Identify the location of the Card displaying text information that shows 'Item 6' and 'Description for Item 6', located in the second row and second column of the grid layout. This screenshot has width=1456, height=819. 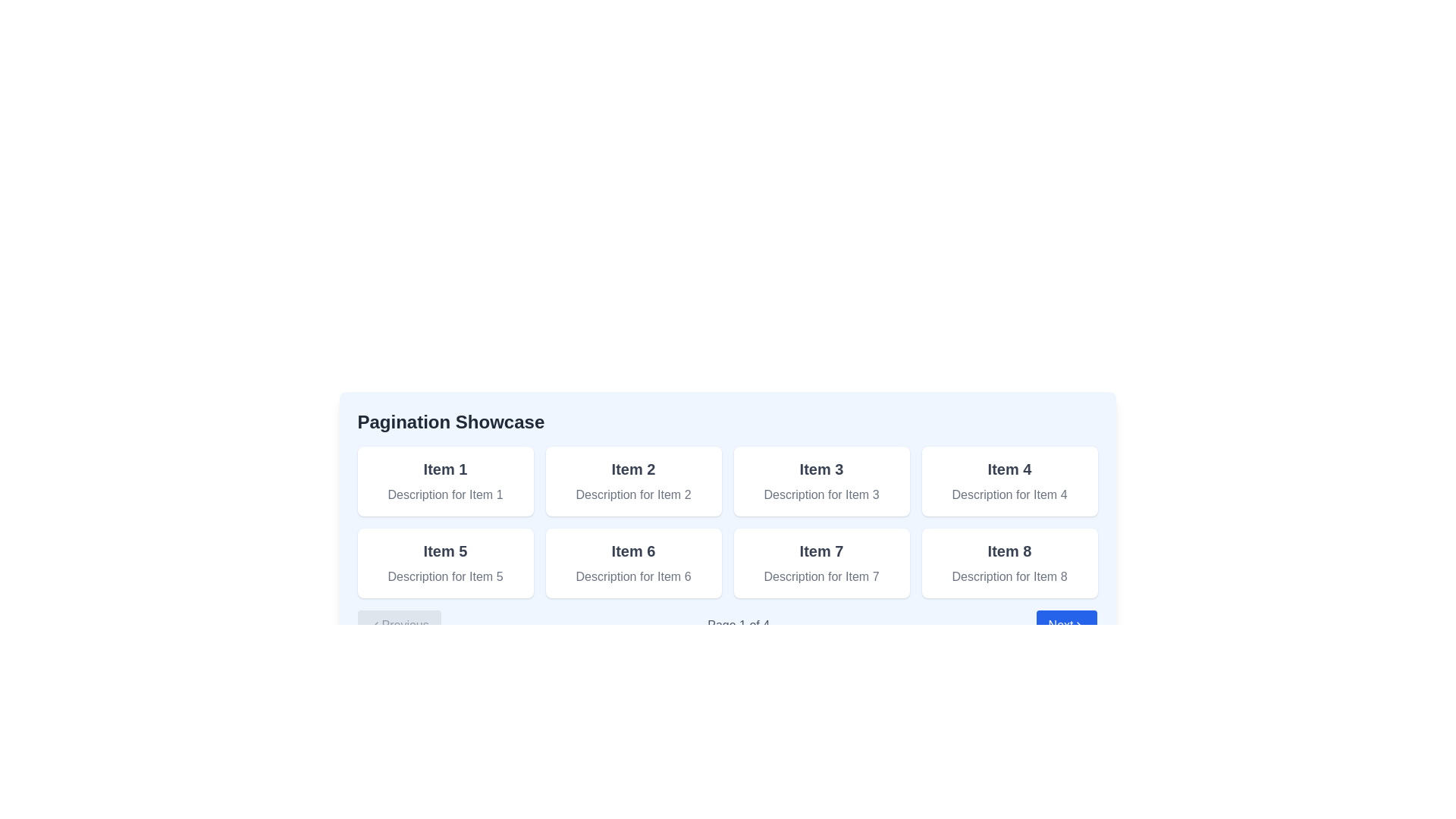
(633, 563).